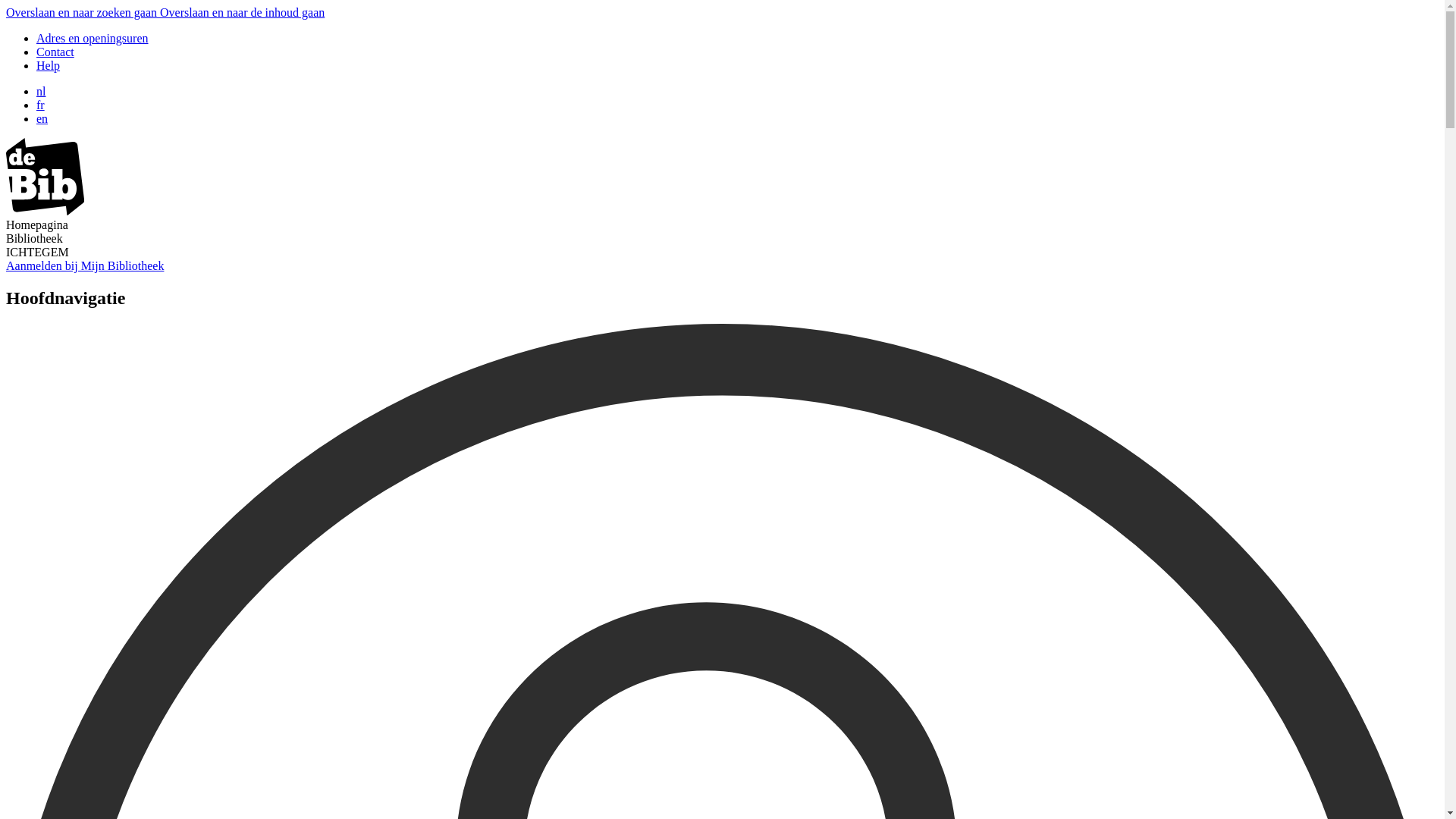 This screenshot has width=1456, height=819. Describe the element at coordinates (55, 51) in the screenshot. I see `'Contact'` at that location.